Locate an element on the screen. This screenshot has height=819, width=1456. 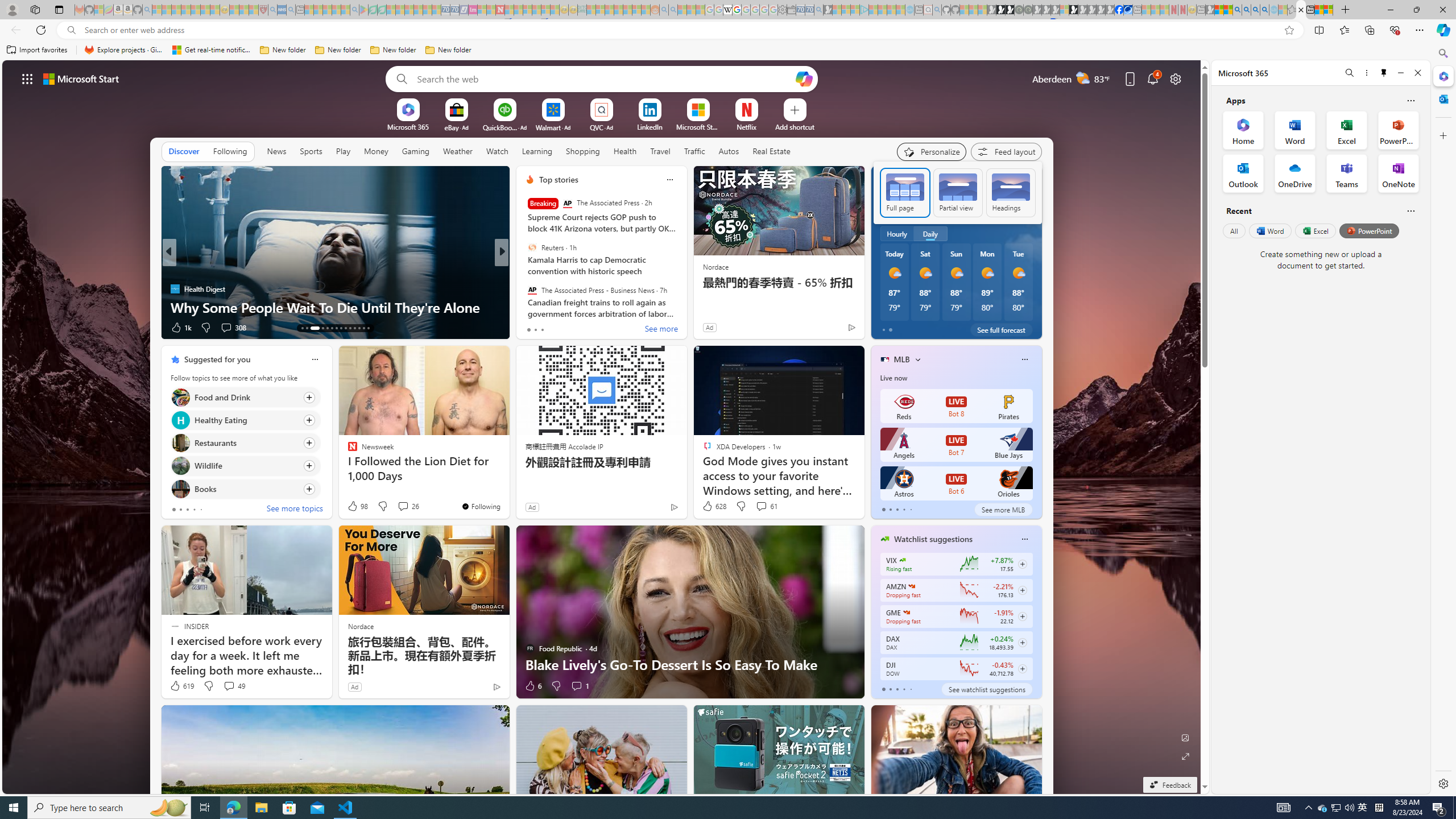
'Add a site' is located at coordinates (793, 126).